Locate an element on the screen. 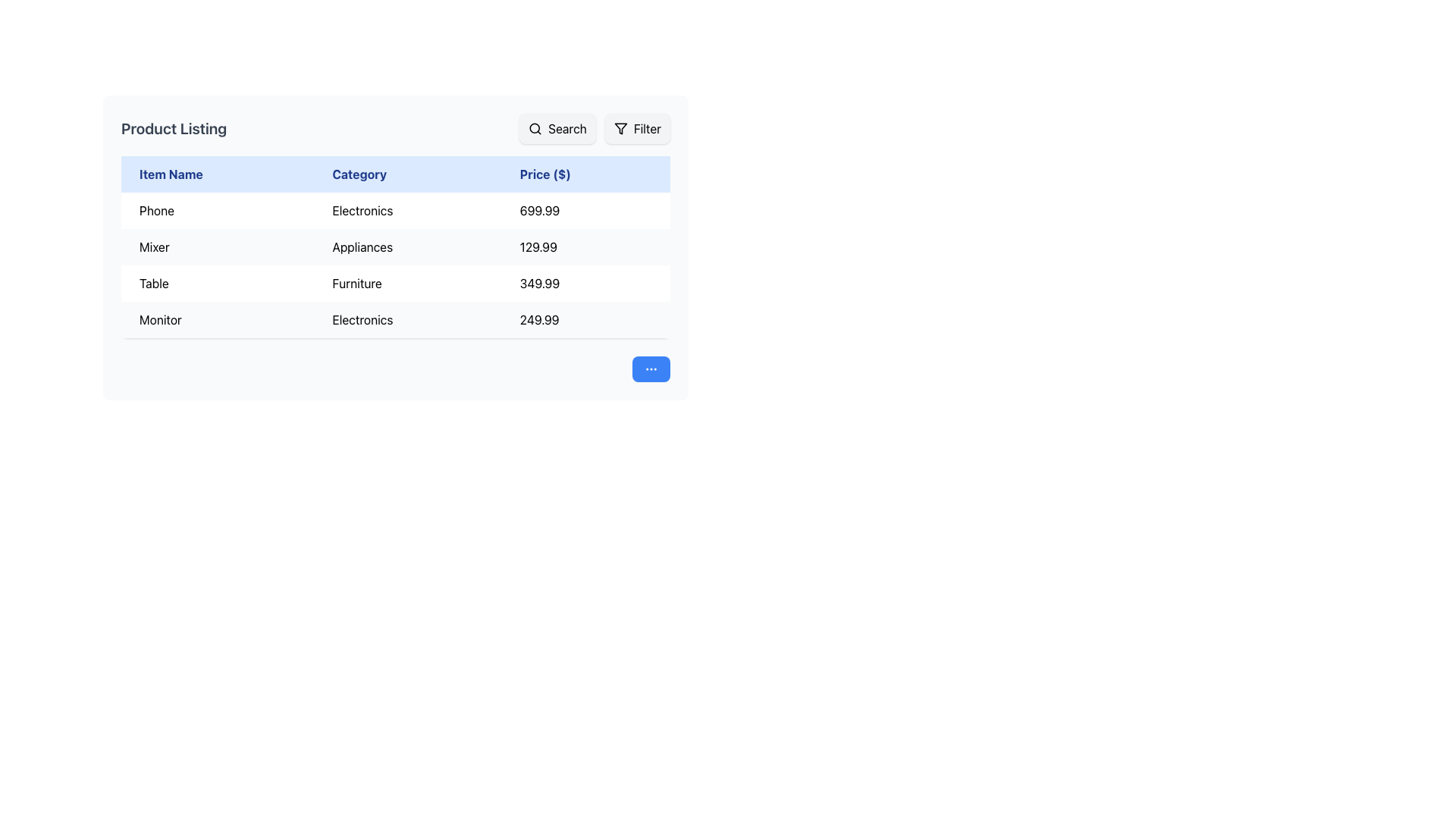 This screenshot has height=819, width=1456. the bold text element reading 'Product Listing' located at the top left of the section is located at coordinates (174, 127).